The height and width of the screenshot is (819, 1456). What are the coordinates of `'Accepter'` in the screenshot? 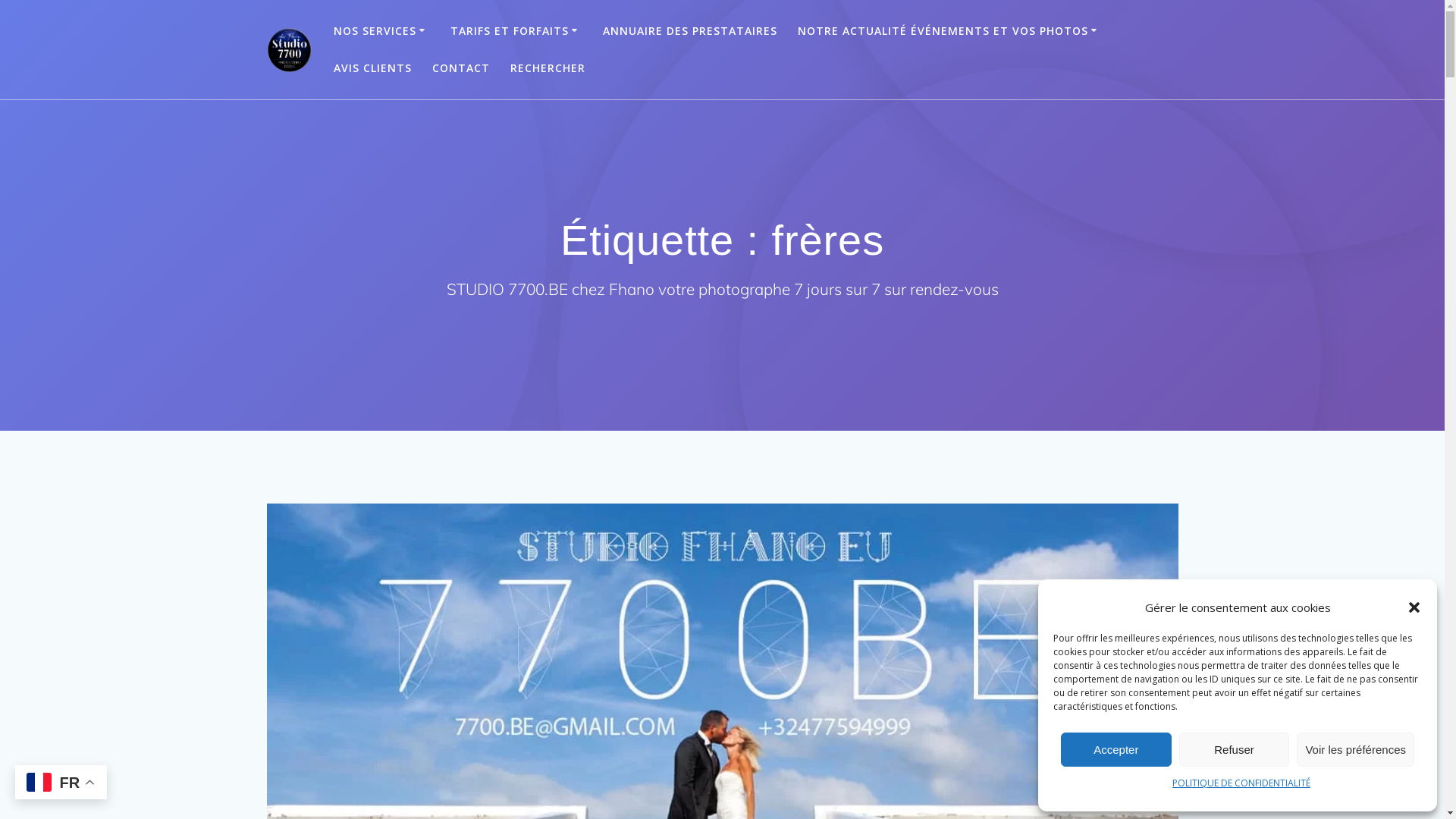 It's located at (1116, 748).